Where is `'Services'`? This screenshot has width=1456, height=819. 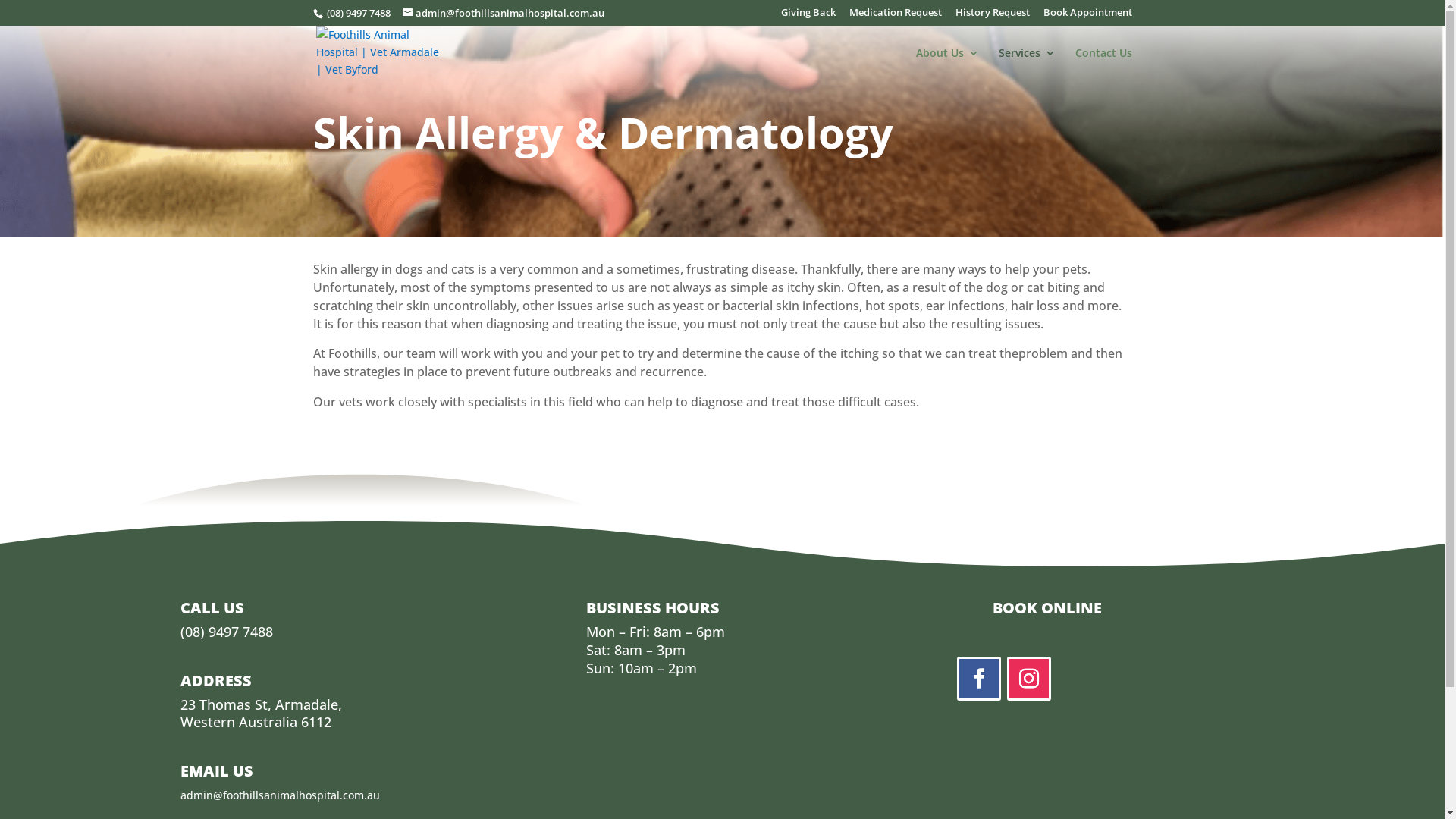 'Services' is located at coordinates (1026, 64).